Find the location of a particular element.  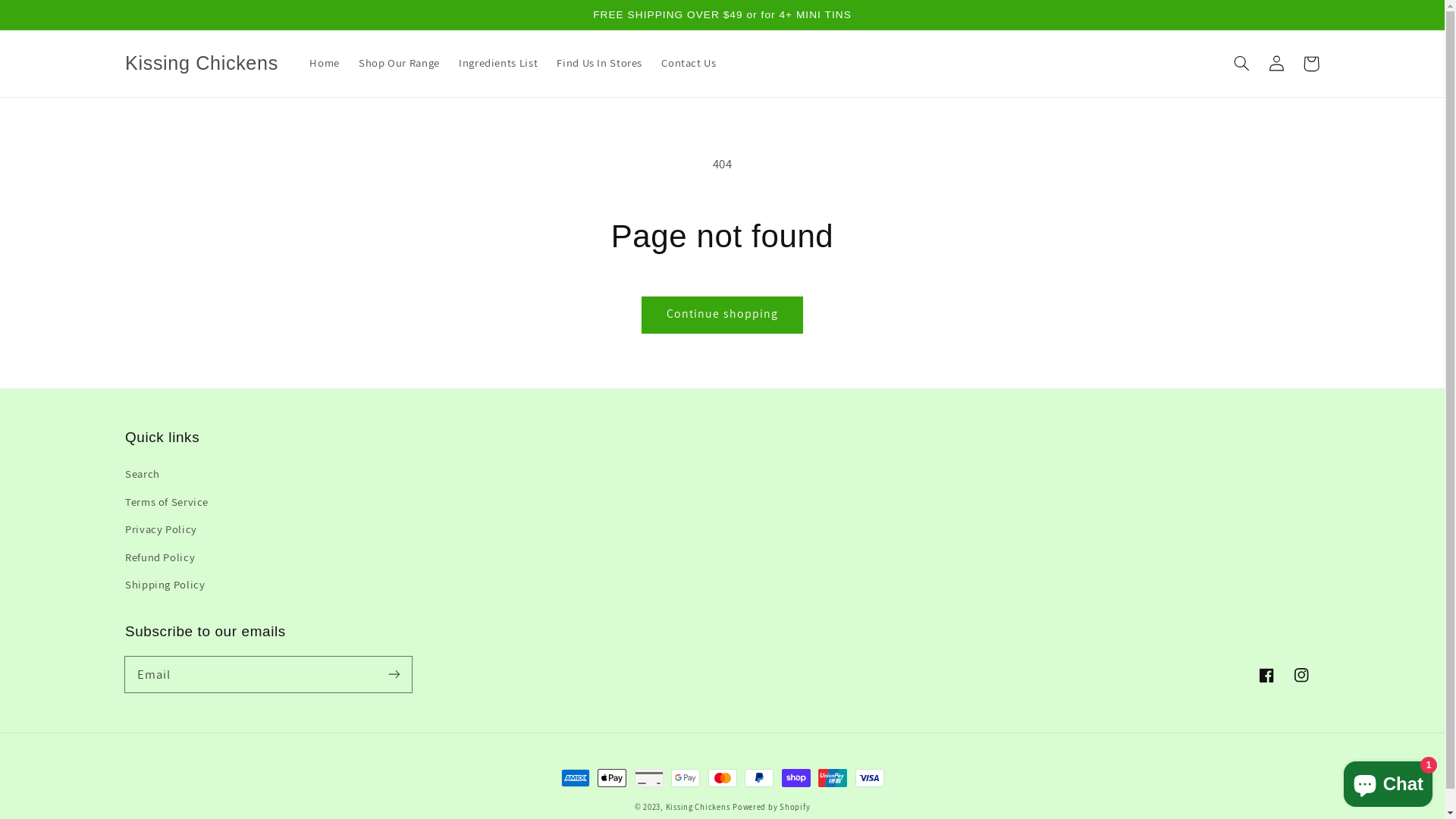

'Ingredients List' is located at coordinates (497, 63).